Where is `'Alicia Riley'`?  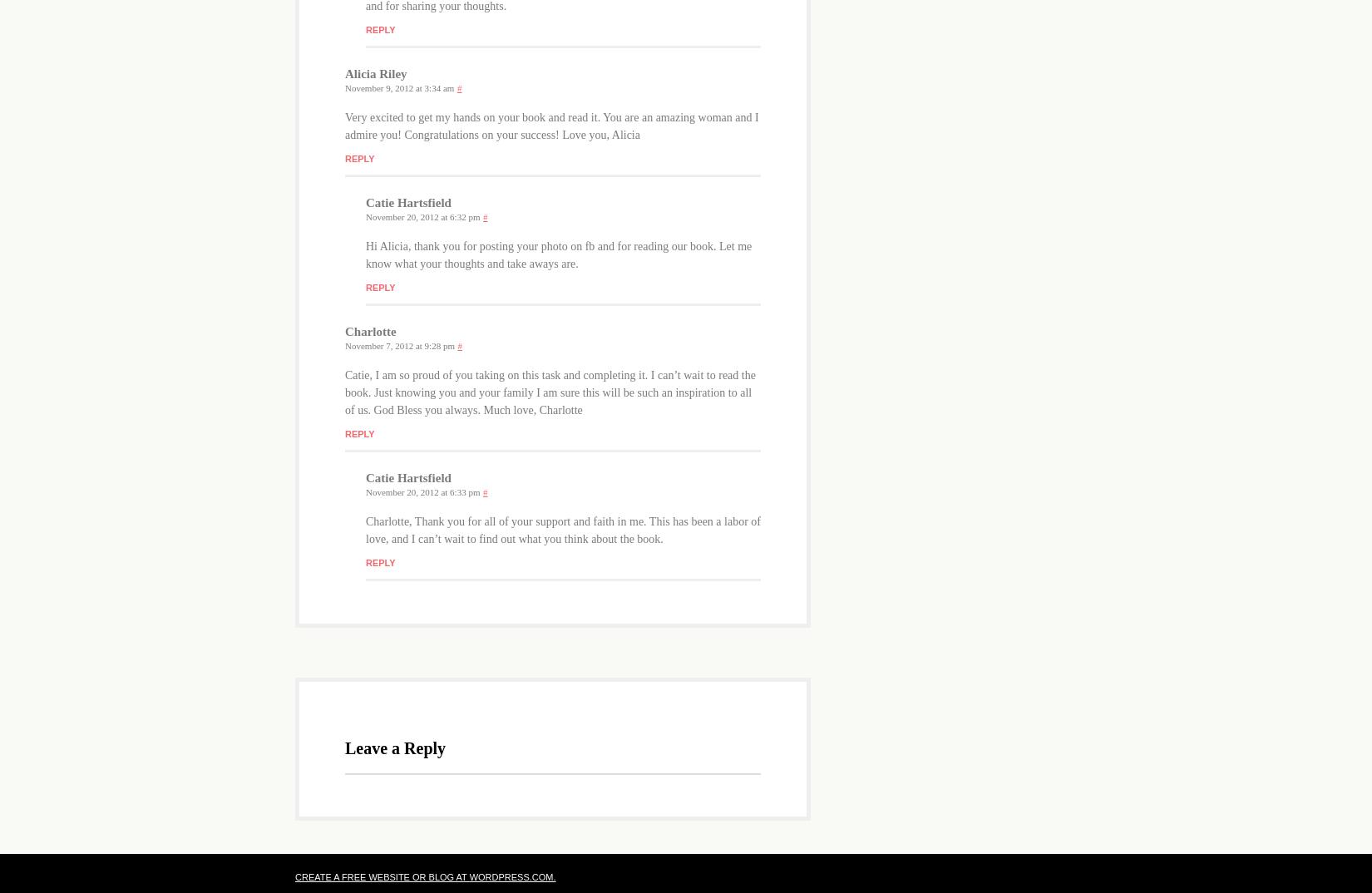
'Alicia Riley' is located at coordinates (374, 72).